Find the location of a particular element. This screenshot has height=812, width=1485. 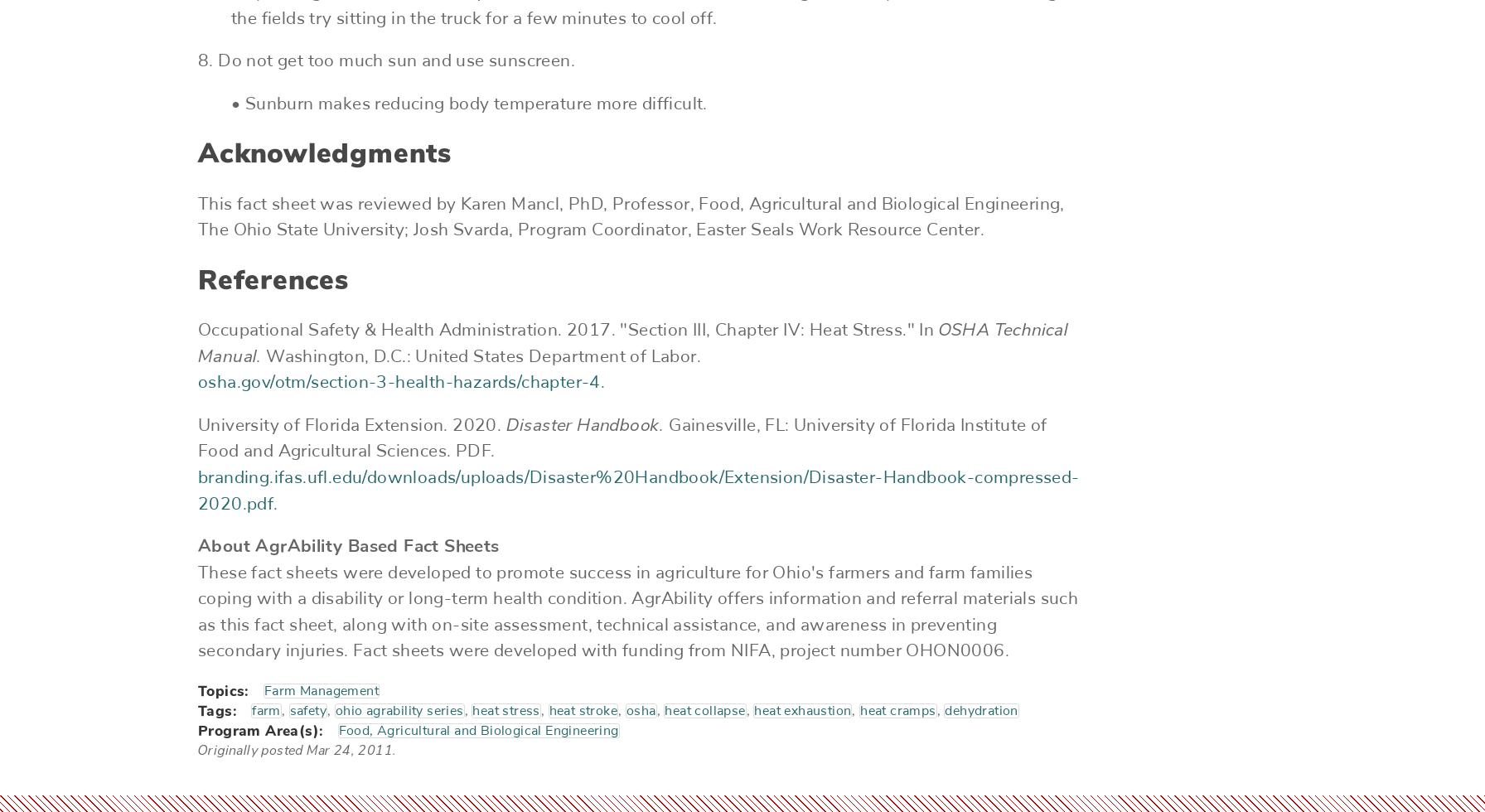

'About AgrAbility Based Fact Sheets' is located at coordinates (348, 545).